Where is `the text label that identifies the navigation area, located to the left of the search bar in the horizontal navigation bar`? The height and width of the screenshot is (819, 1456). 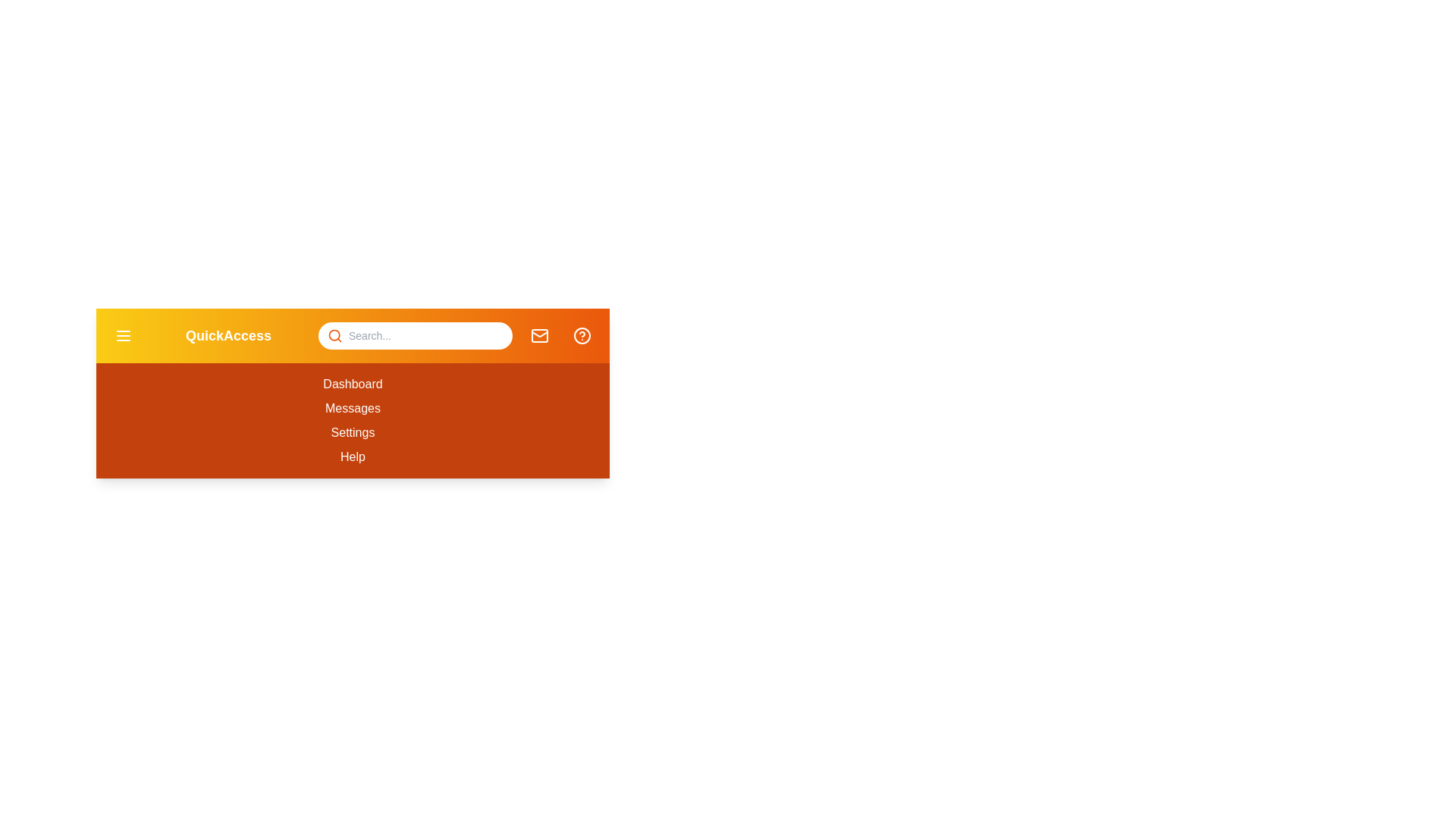 the text label that identifies the navigation area, located to the left of the search bar in the horizontal navigation bar is located at coordinates (227, 335).